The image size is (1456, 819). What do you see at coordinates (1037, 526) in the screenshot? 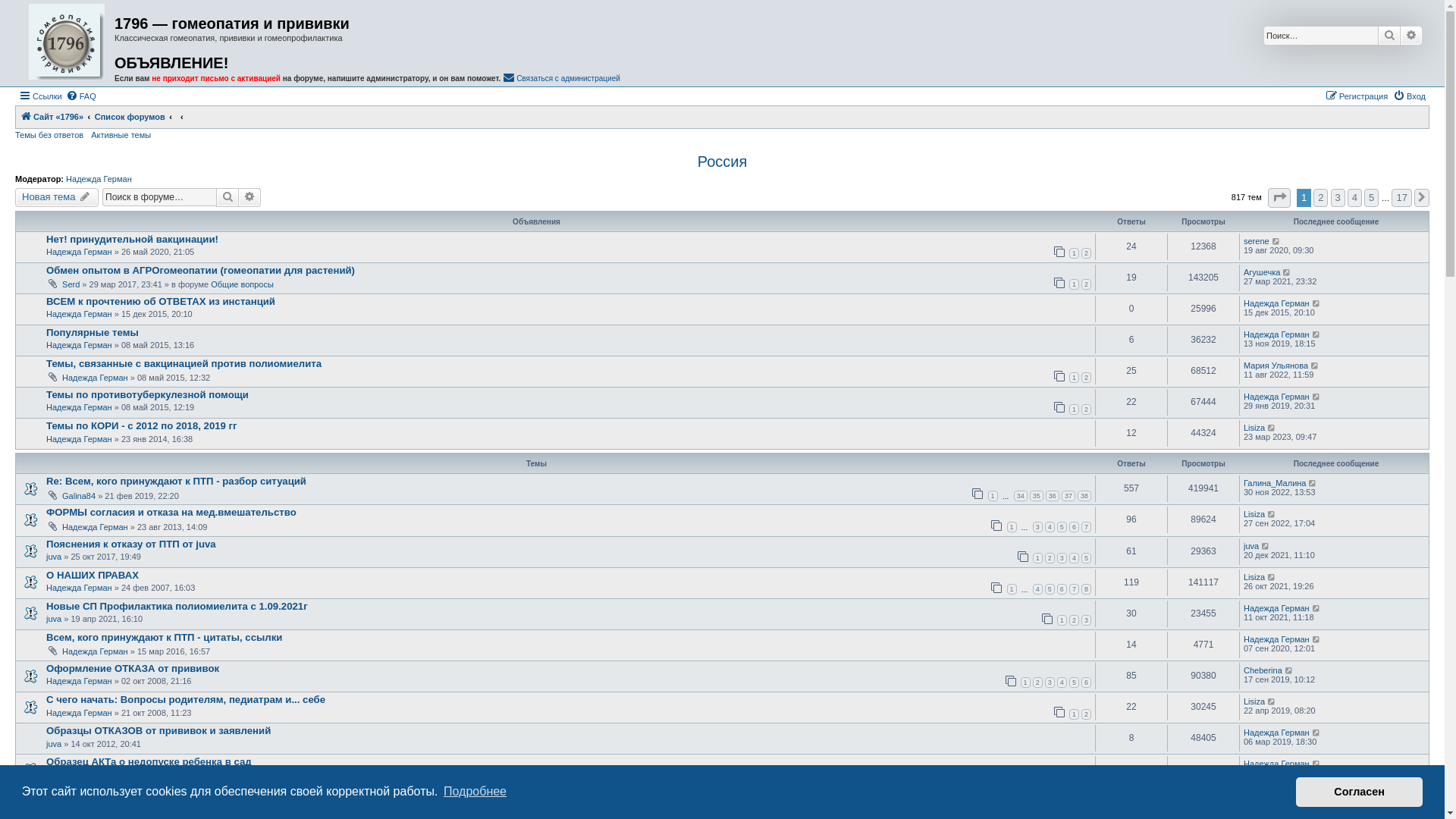
I see `'3'` at bounding box center [1037, 526].